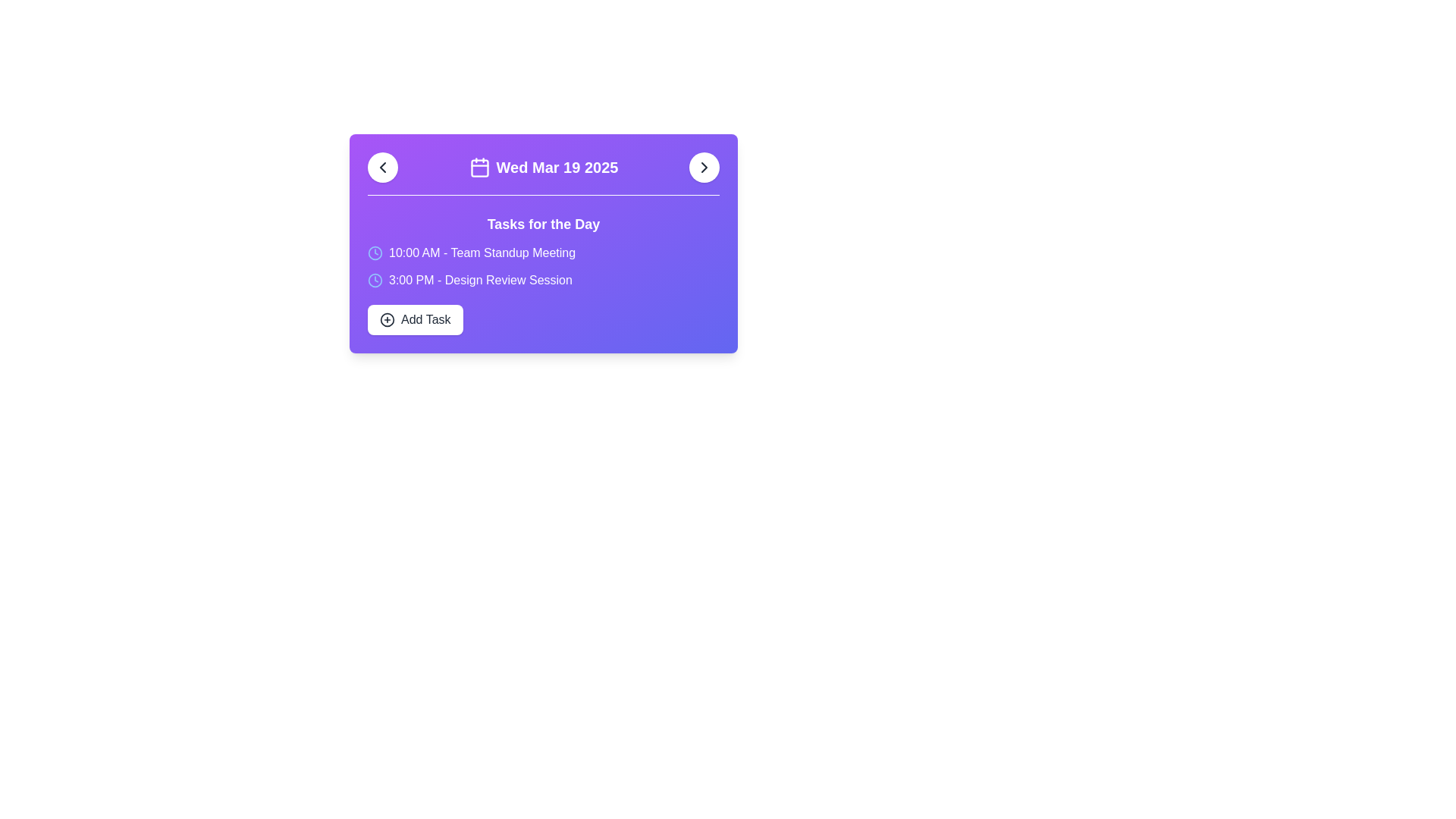 The width and height of the screenshot is (1456, 819). Describe the element at coordinates (375, 281) in the screenshot. I see `the SVG circle that visually represents the boundary of the clock icon, located to the left of the text '10:00 AM - Team Standup Meeting'` at that location.